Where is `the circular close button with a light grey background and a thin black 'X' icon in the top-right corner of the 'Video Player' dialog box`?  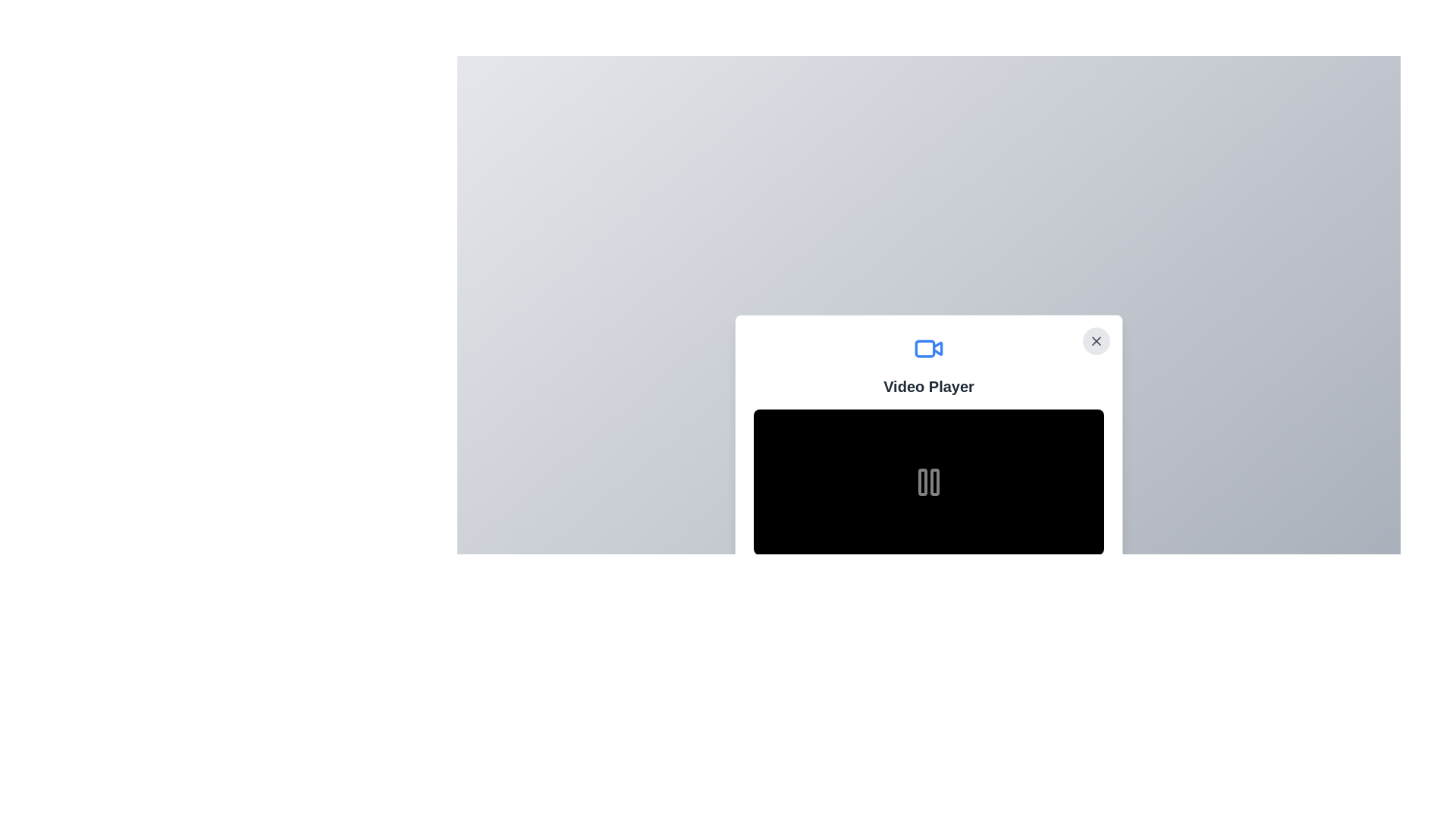
the circular close button with a light grey background and a thin black 'X' icon in the top-right corner of the 'Video Player' dialog box is located at coordinates (1096, 341).